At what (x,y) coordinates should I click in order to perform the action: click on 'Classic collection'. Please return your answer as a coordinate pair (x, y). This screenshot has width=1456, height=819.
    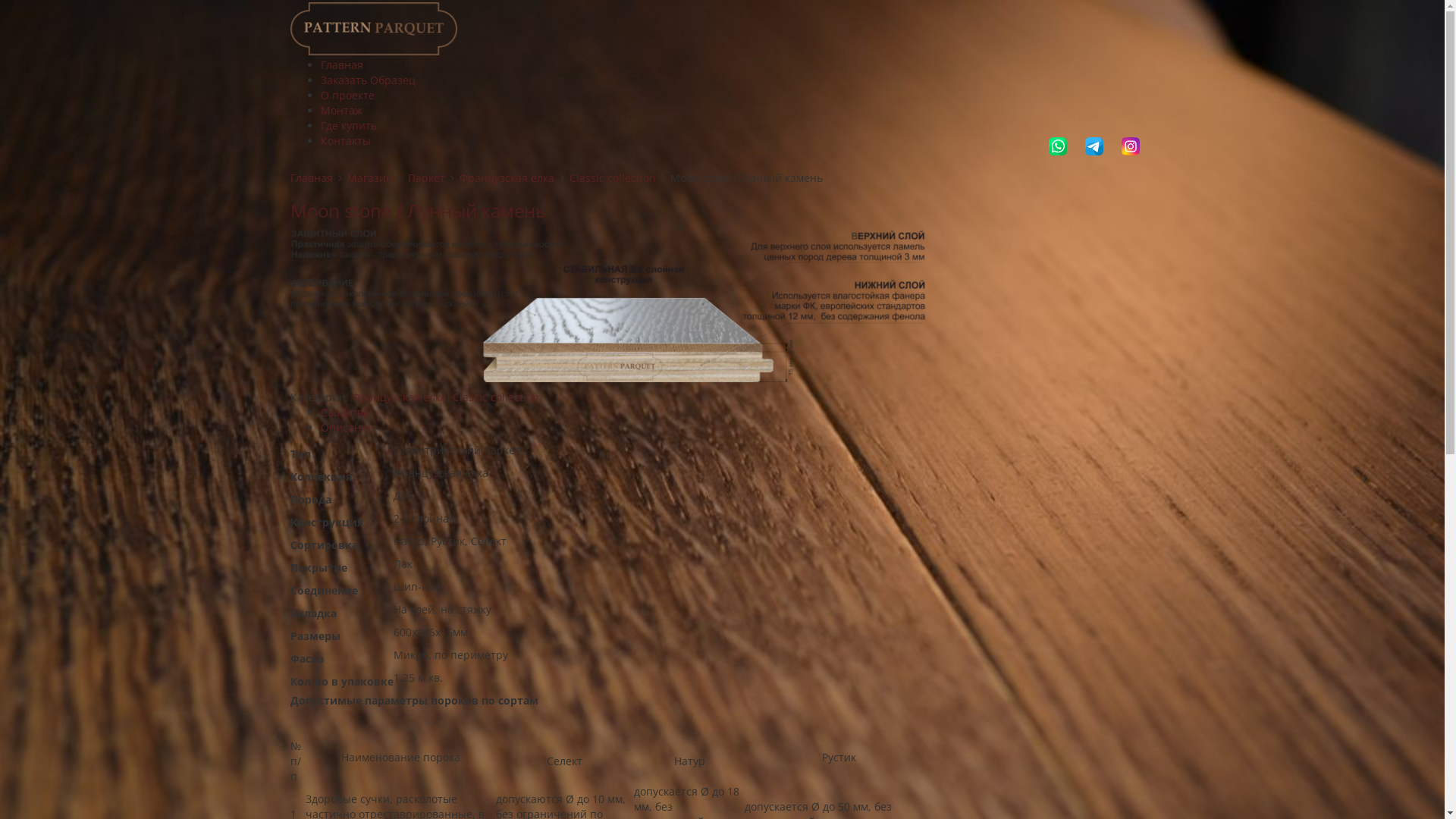
    Looking at the image, I should click on (568, 177).